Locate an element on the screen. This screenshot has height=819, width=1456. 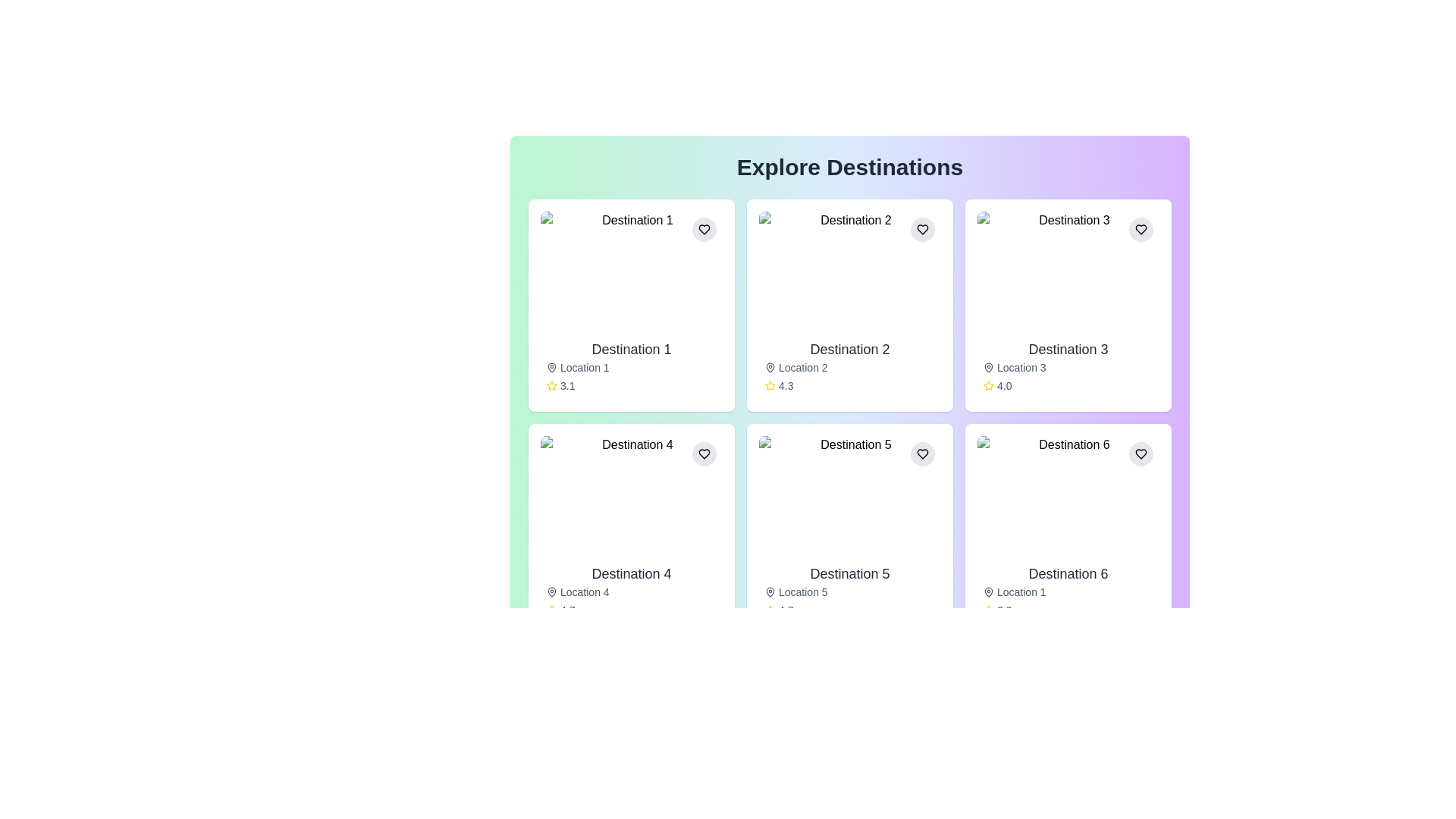
the heart-shaped icon representing 'like' or 'add to favorites' in the 'Destination 2' panel of the 'Explore Destinations' section is located at coordinates (922, 230).